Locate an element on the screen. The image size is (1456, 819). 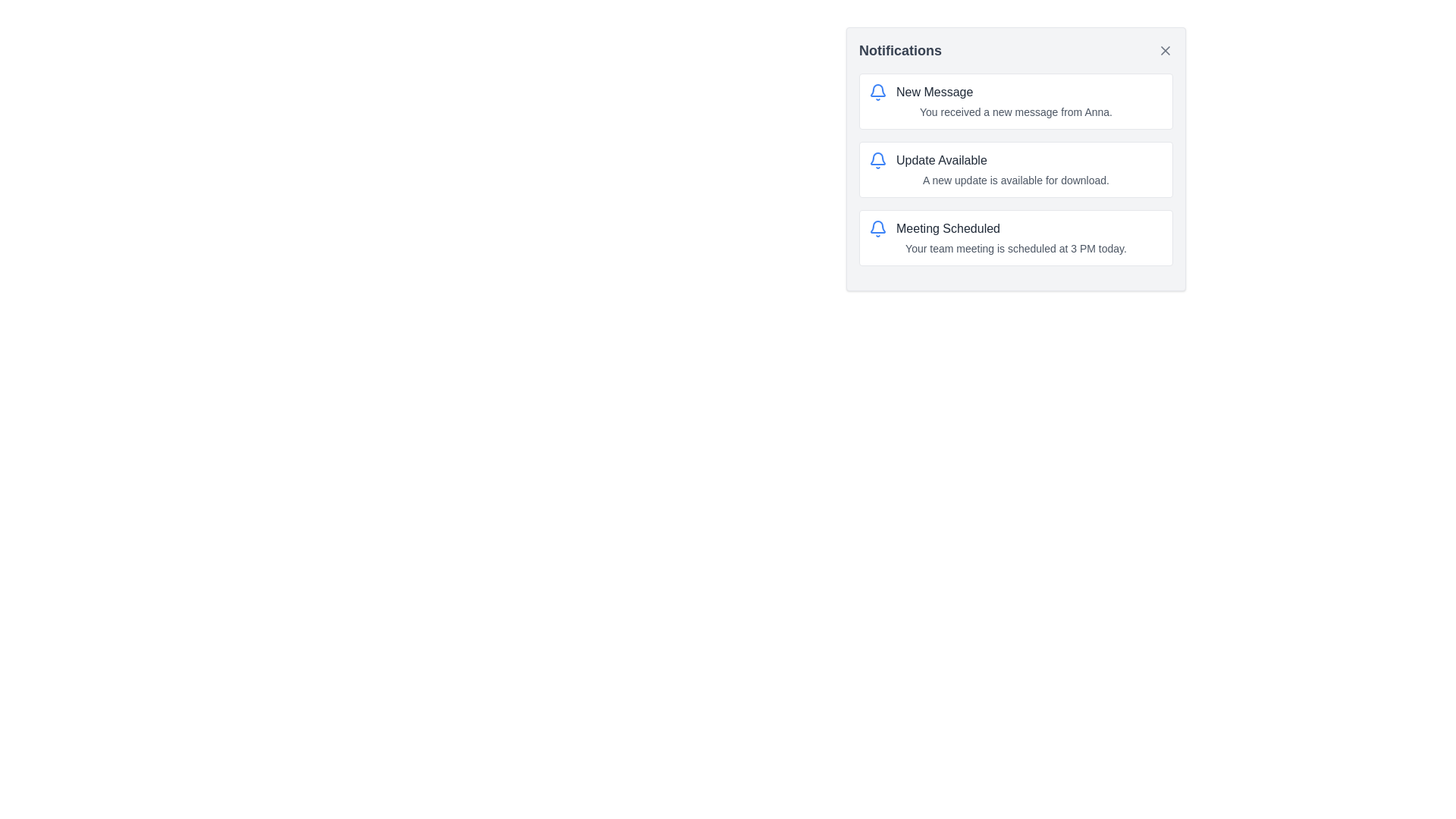
the 'Update Available' notification block is located at coordinates (1015, 169).